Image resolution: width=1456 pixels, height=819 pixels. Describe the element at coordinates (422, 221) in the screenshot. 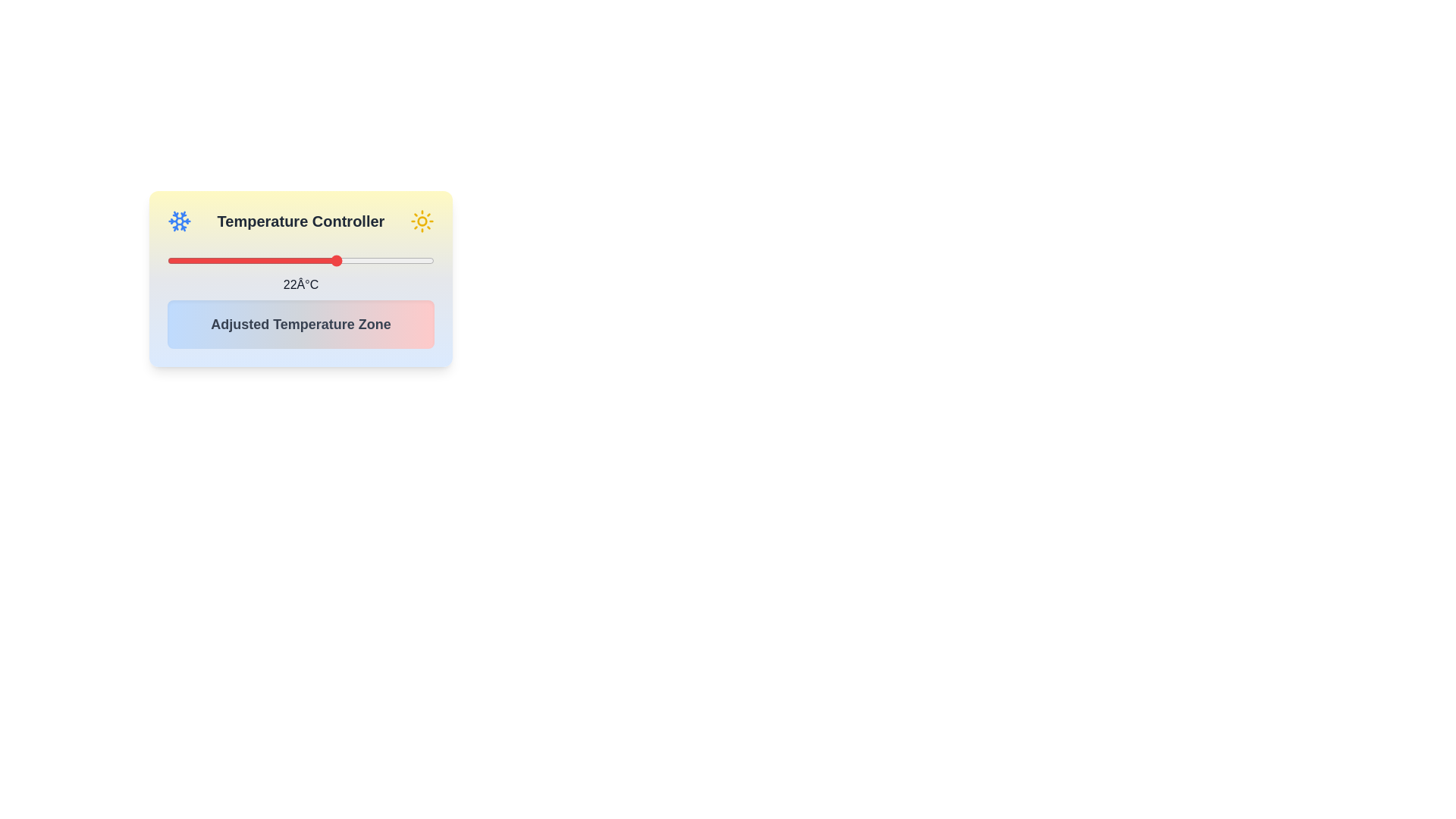

I see `the heat or brightness settings icon located at the top-right corner of the 'Temperature Controller' panel` at that location.